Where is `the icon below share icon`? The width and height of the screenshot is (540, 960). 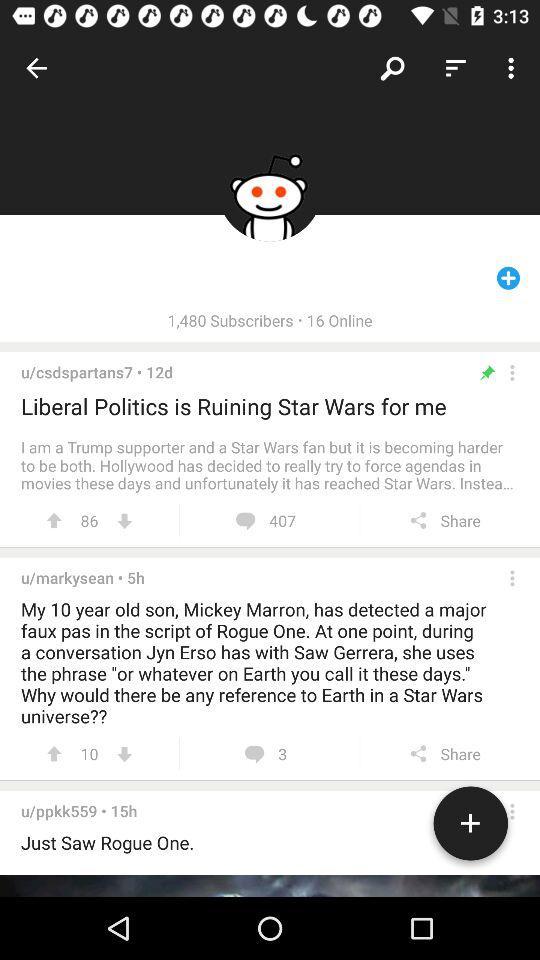
the icon below share icon is located at coordinates (470, 827).